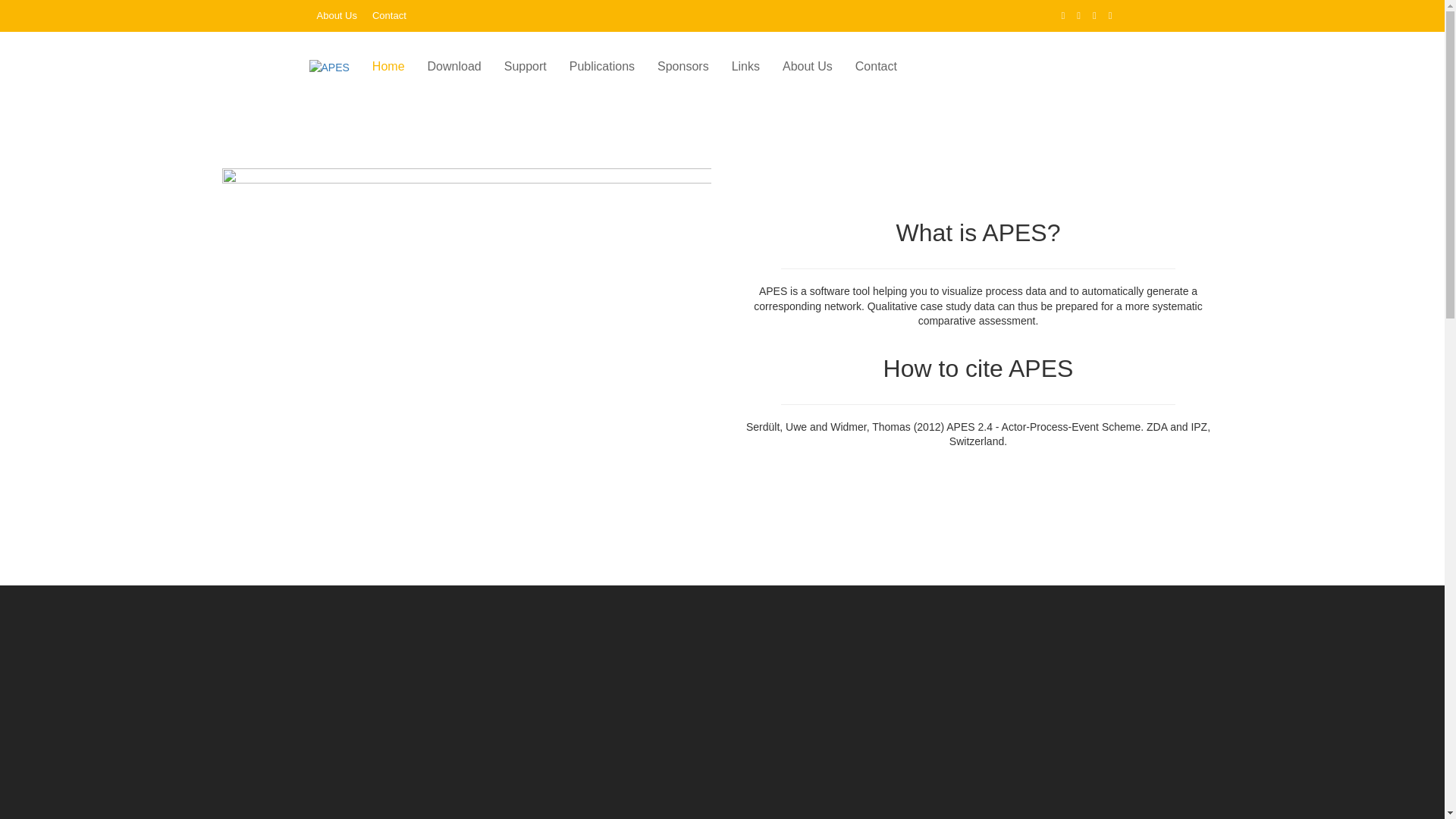  I want to click on 'Download', so click(453, 66).